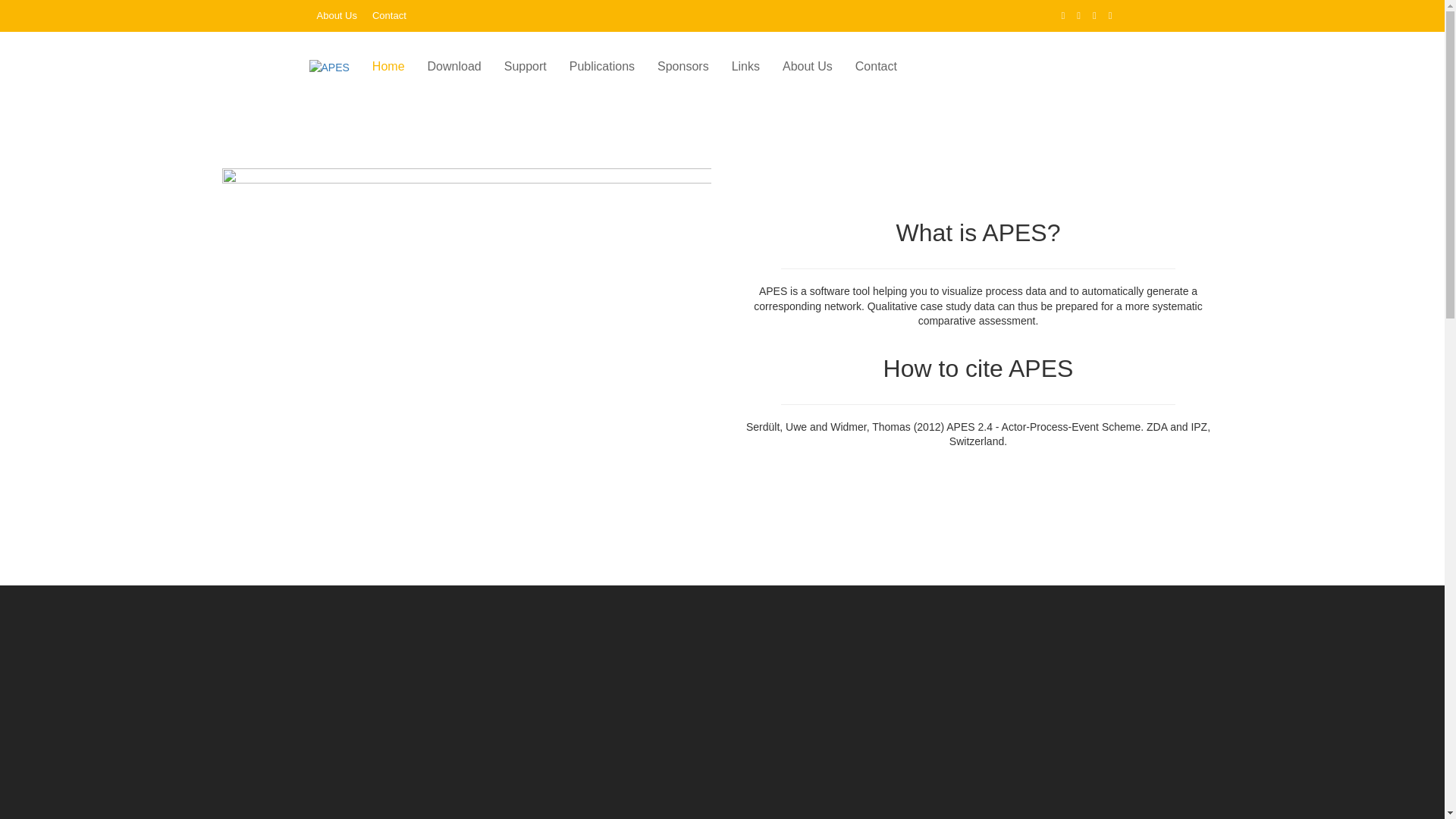  I want to click on 'Download', so click(453, 66).